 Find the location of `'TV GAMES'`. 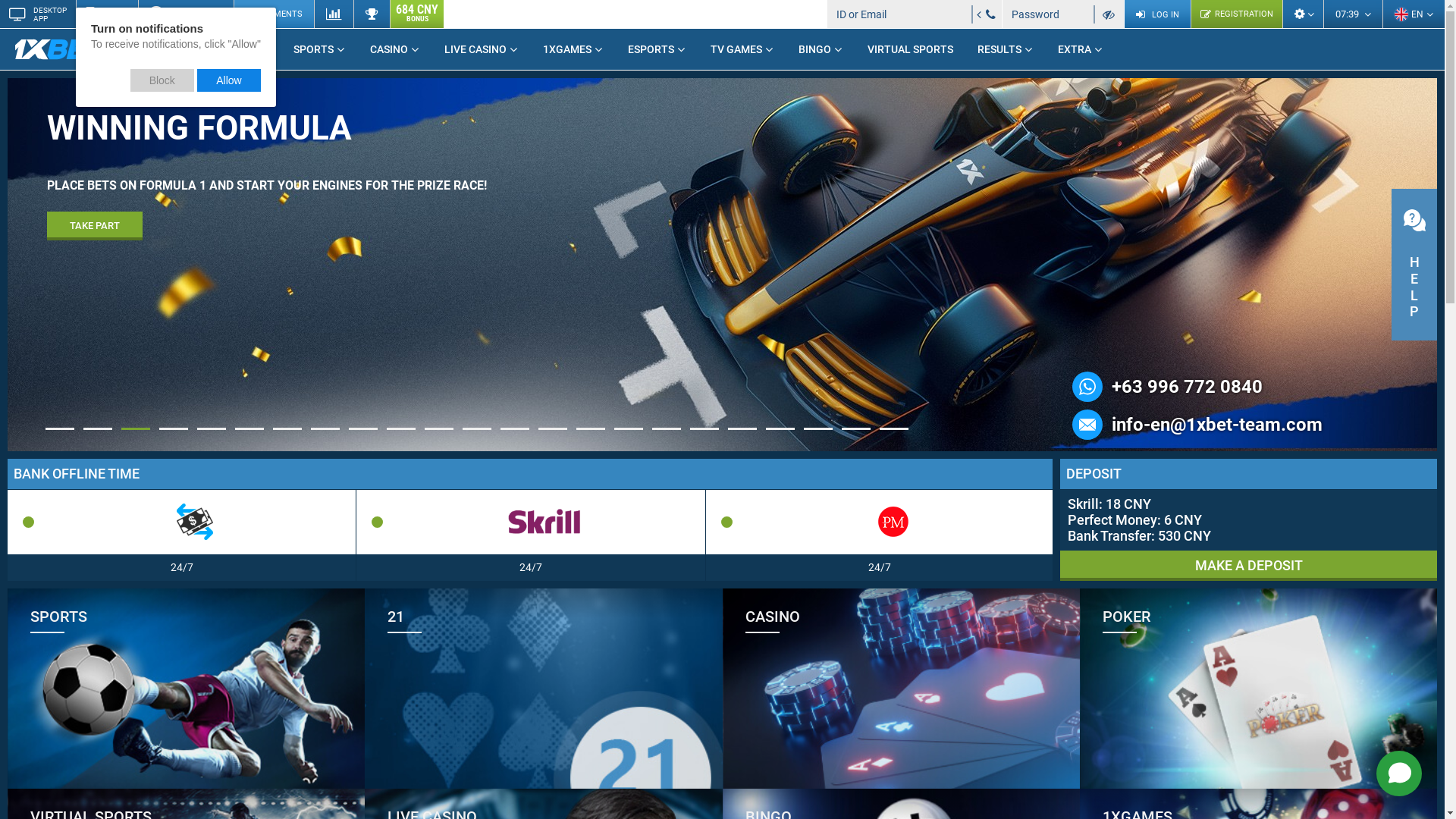

'TV GAMES' is located at coordinates (742, 49).